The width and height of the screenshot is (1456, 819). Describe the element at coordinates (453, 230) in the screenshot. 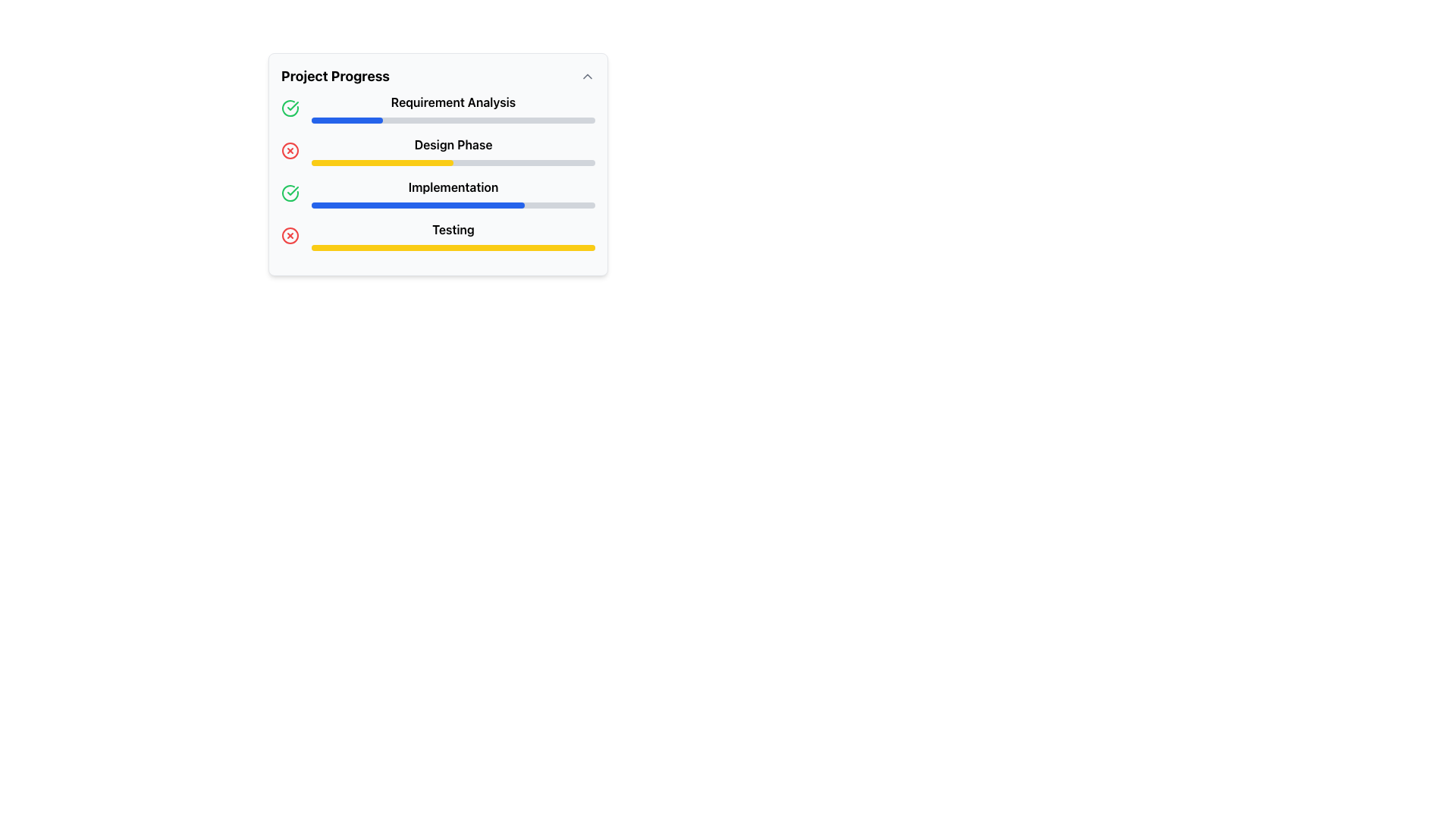

I see `text of the label indicating the title or stage name of a project phase in the last row of the 'Project Progress' section, aligned with the progress bar below and the status icon to its left` at that location.